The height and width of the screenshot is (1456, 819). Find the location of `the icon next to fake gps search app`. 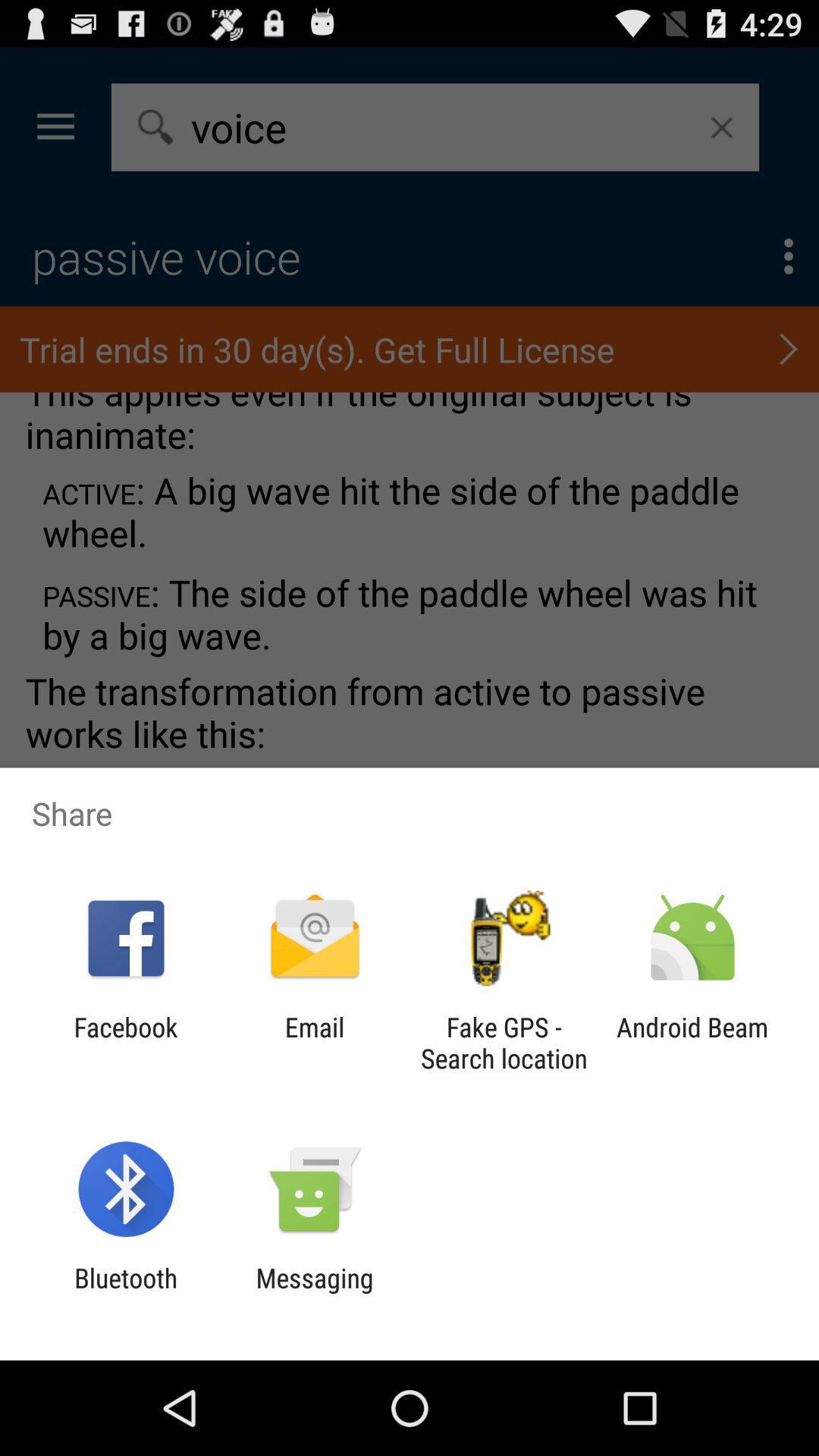

the icon next to fake gps search app is located at coordinates (314, 1042).